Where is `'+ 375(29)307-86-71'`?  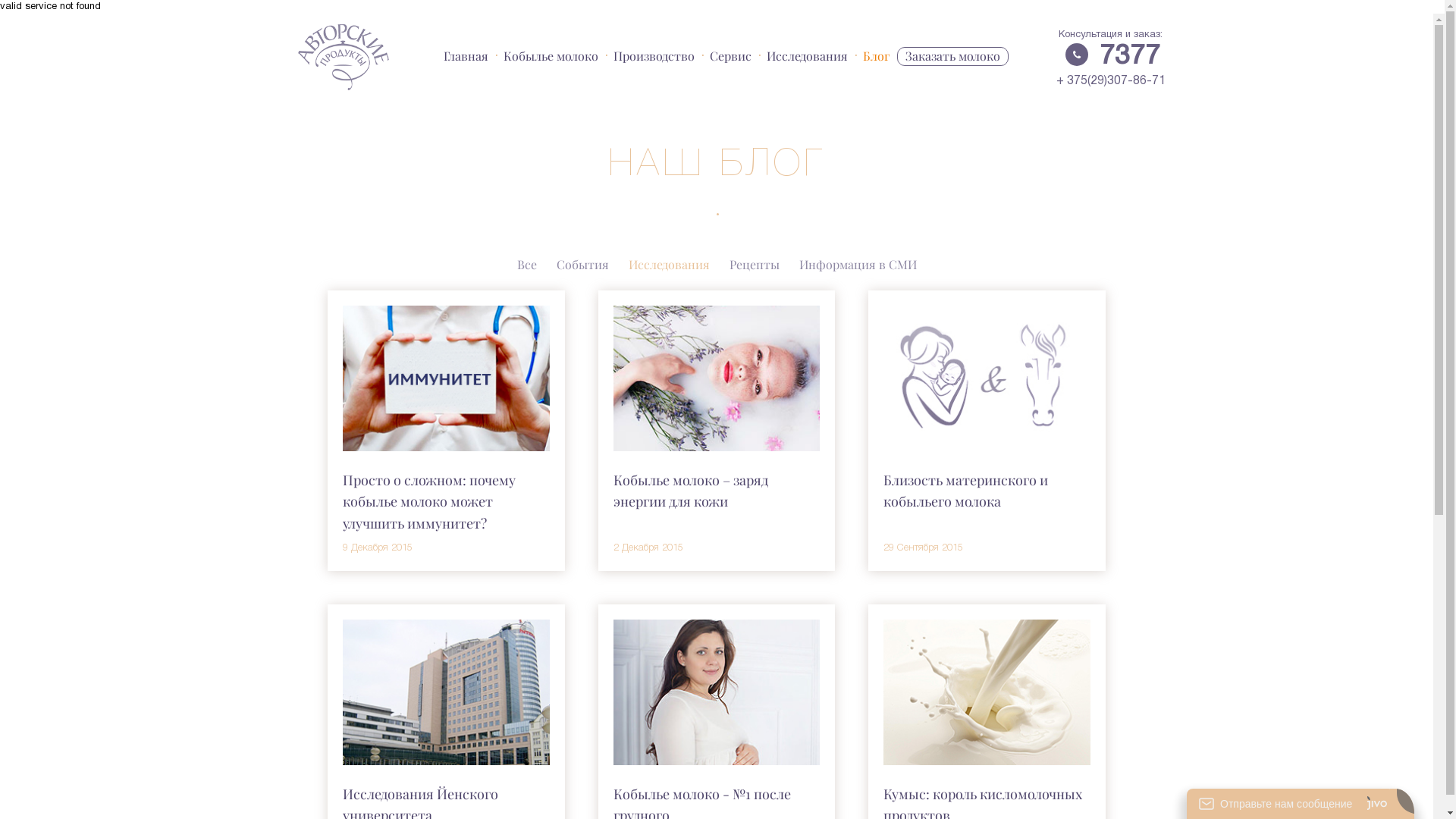 '+ 375(29)307-86-71' is located at coordinates (1110, 81).